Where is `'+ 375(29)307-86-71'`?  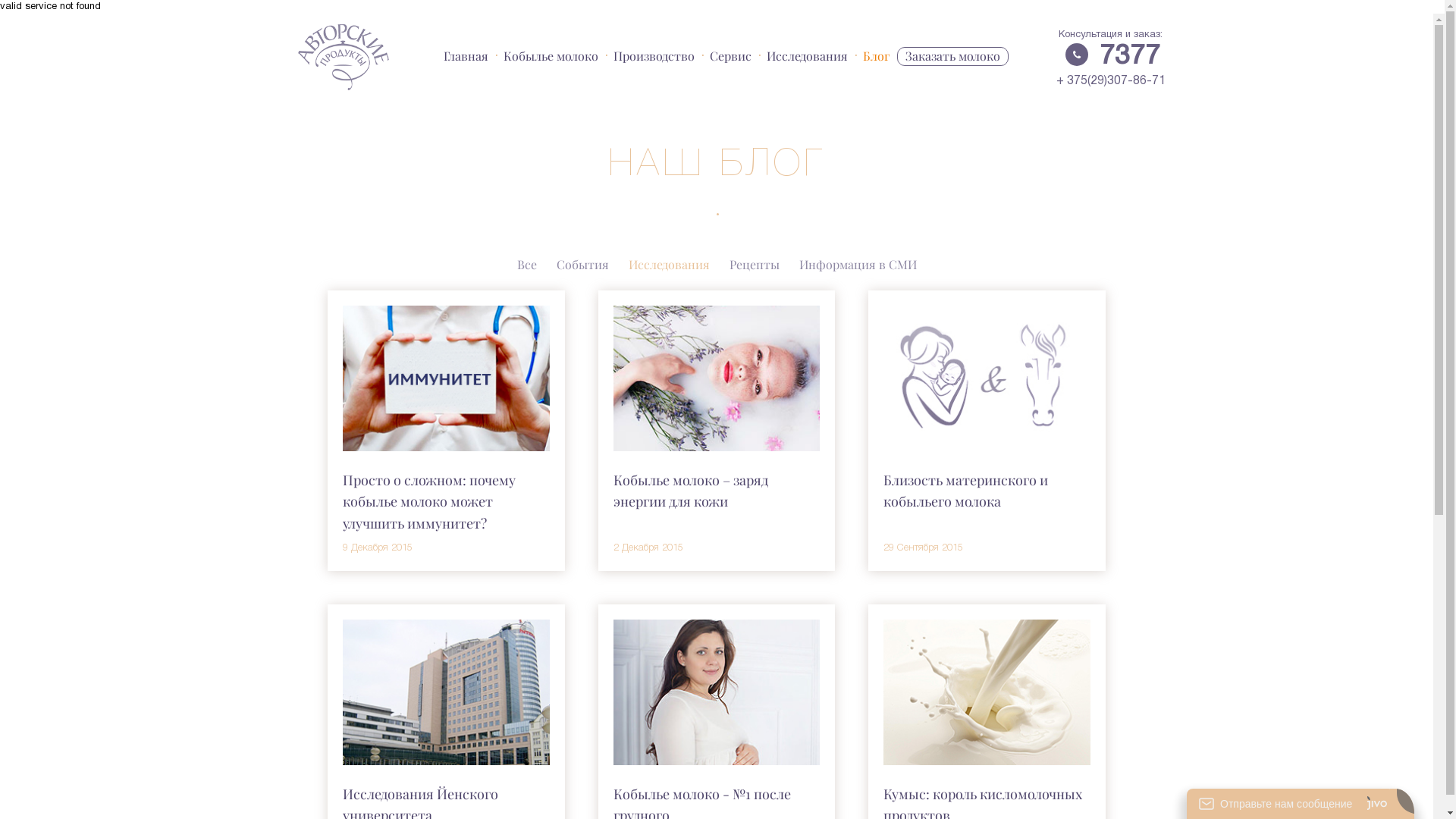 '+ 375(29)307-86-71' is located at coordinates (1110, 81).